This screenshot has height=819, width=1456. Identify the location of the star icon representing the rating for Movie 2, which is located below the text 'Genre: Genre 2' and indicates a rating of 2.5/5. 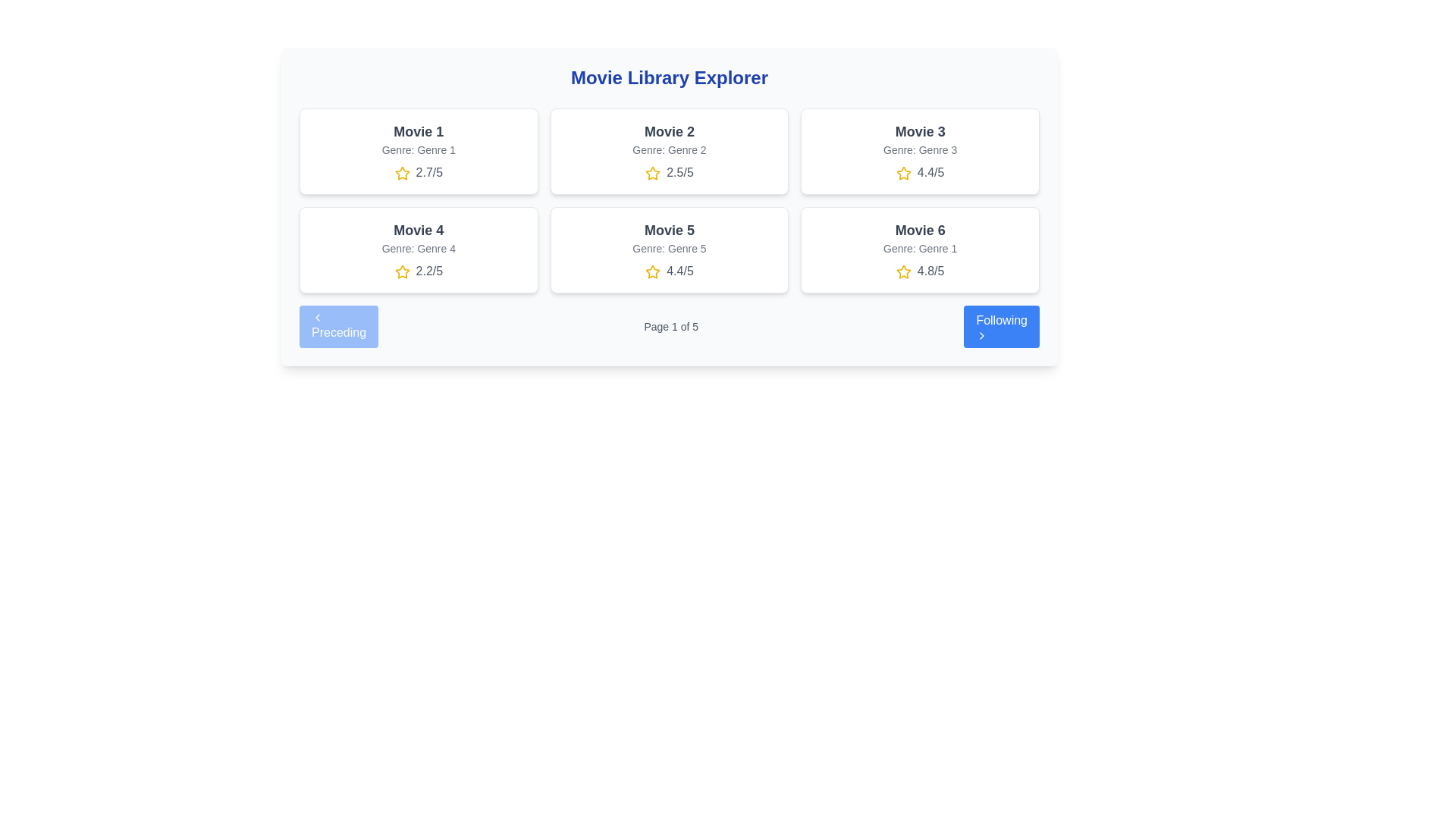
(653, 172).